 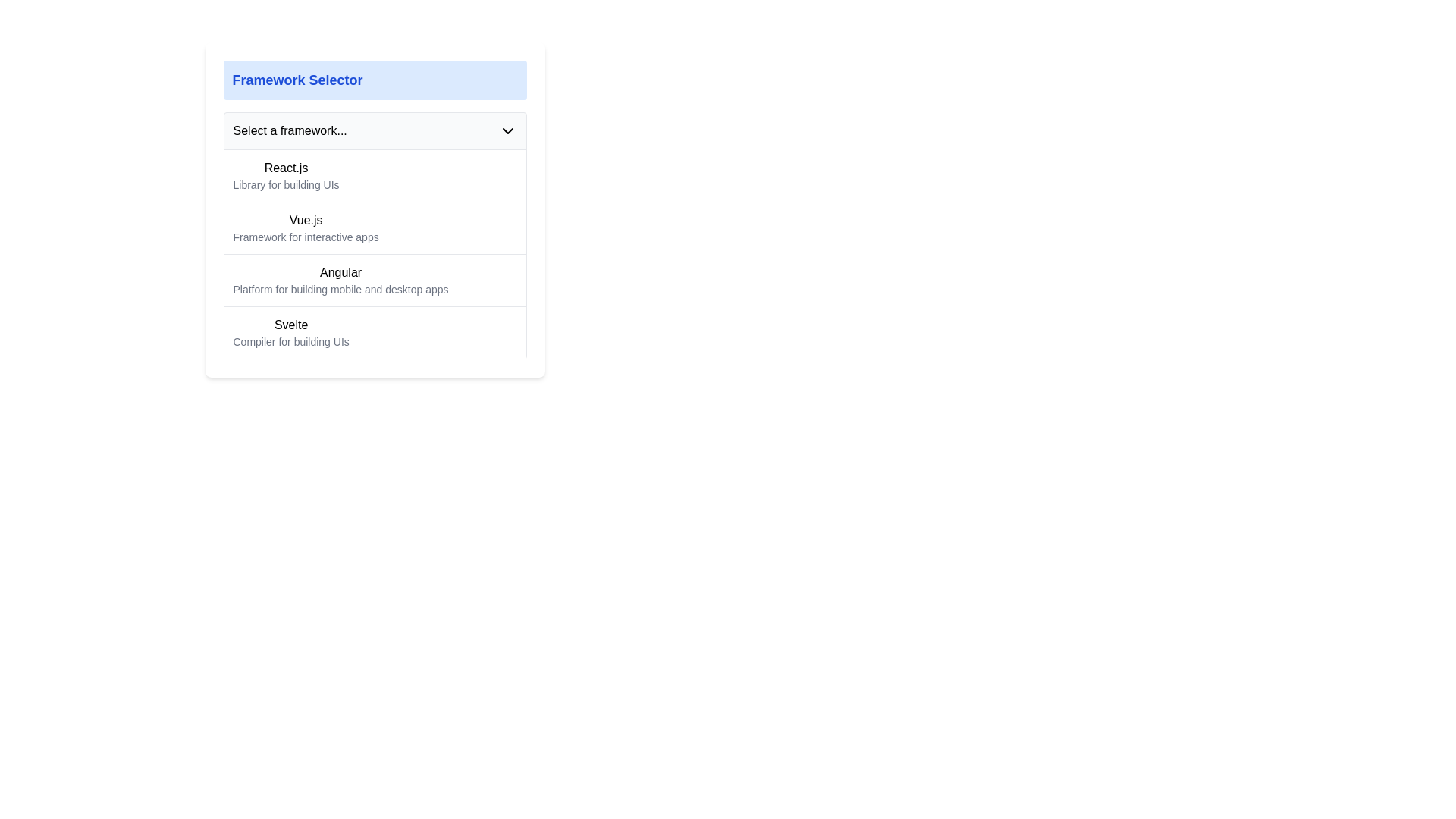 I want to click on the 'Framework Selector' text label, which is prominently displayed in a larger bold blue font on a light blue background at the top of the framework selection interface, so click(x=297, y=80).